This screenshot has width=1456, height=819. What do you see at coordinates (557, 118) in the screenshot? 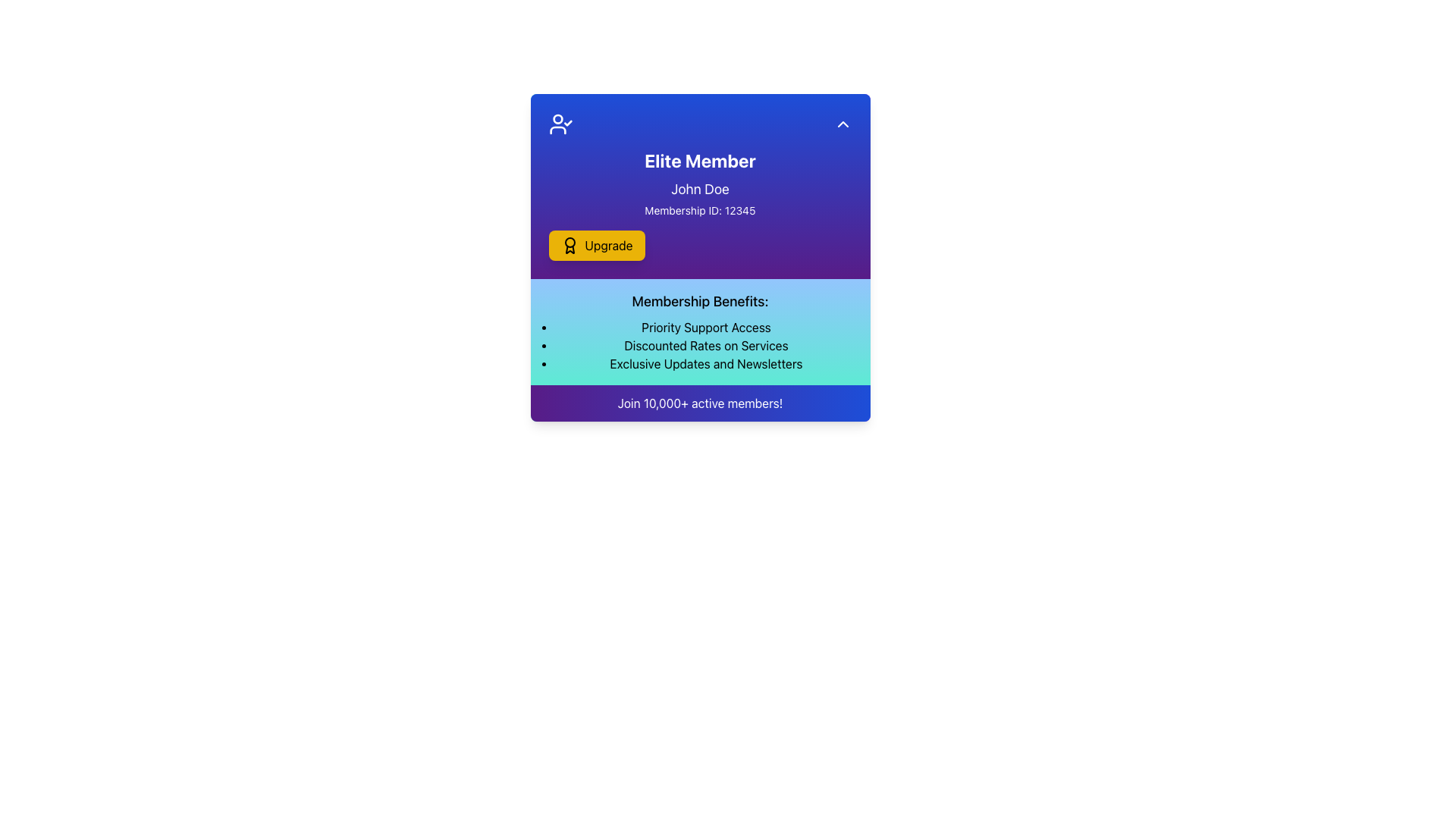
I see `the SVG circle component that represents the head of a human silhouette in the top-left section of the membership card` at bounding box center [557, 118].